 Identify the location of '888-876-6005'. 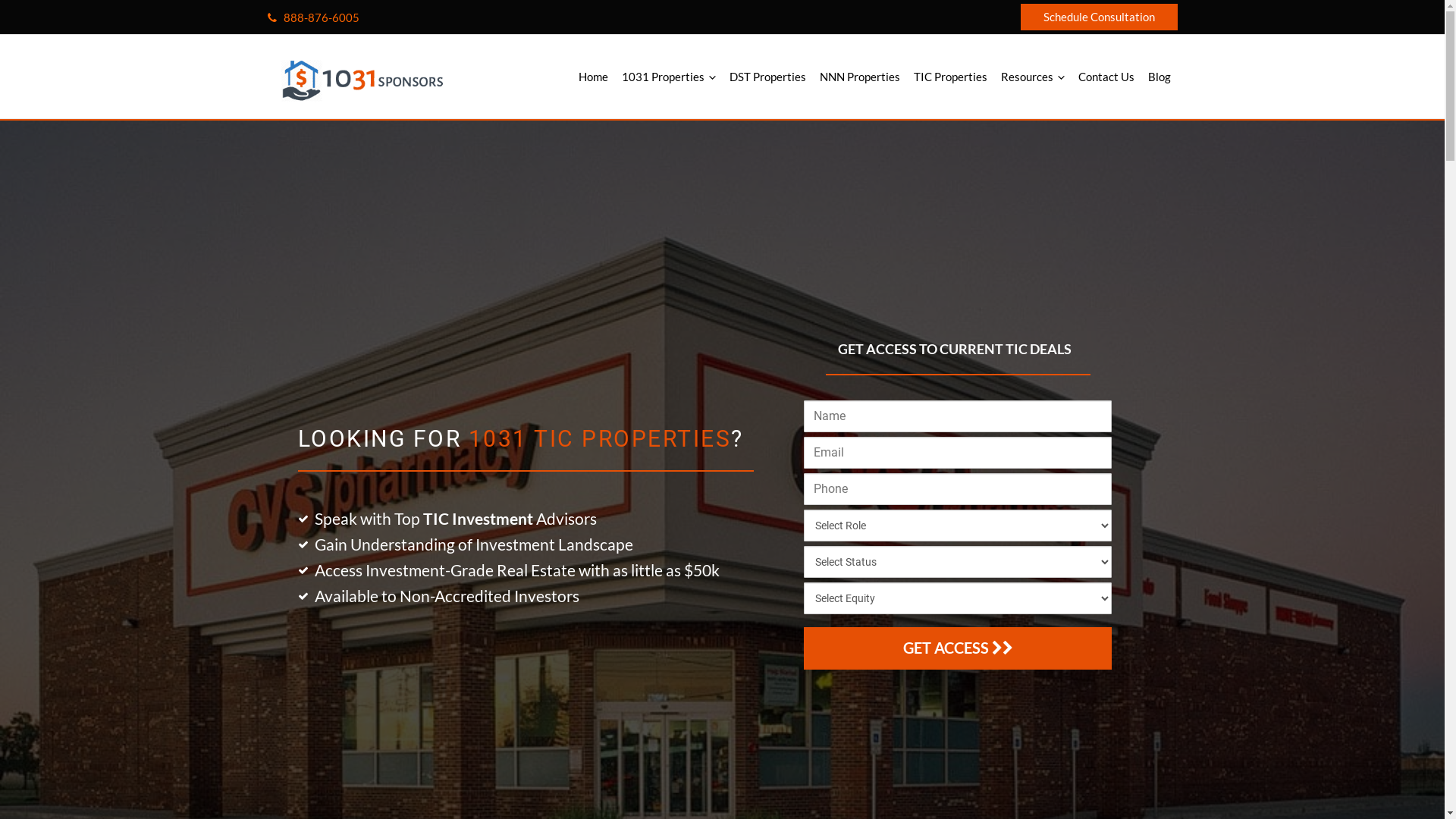
(312, 17).